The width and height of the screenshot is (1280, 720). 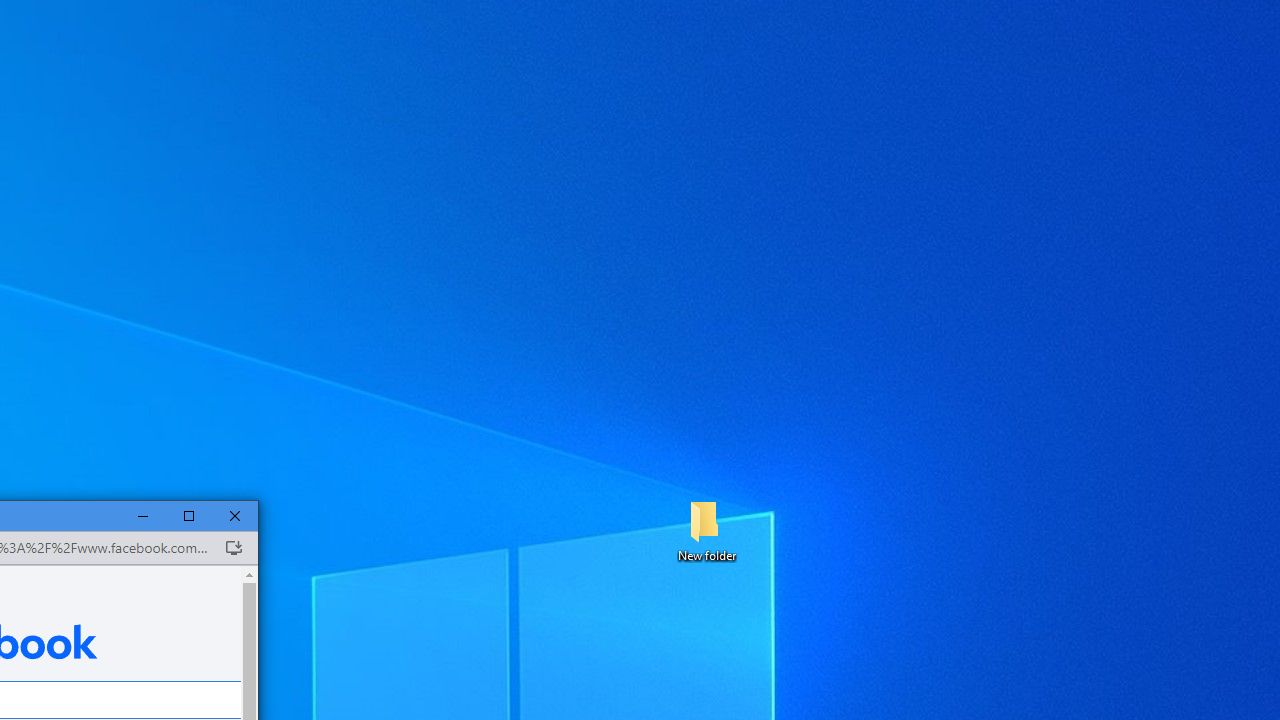 I want to click on 'Maximize', so click(x=189, y=515).